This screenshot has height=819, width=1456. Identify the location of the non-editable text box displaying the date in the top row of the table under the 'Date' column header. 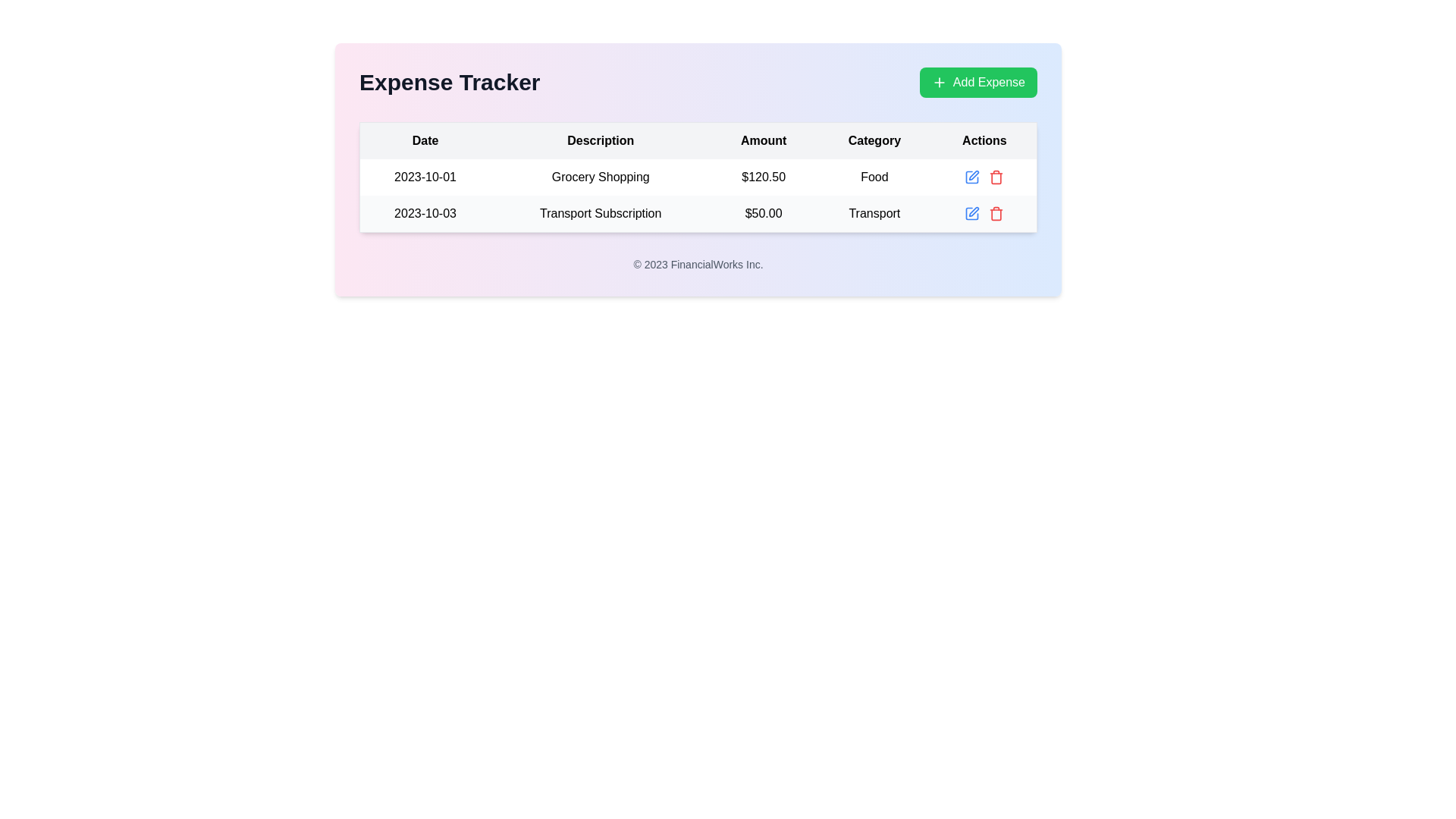
(425, 177).